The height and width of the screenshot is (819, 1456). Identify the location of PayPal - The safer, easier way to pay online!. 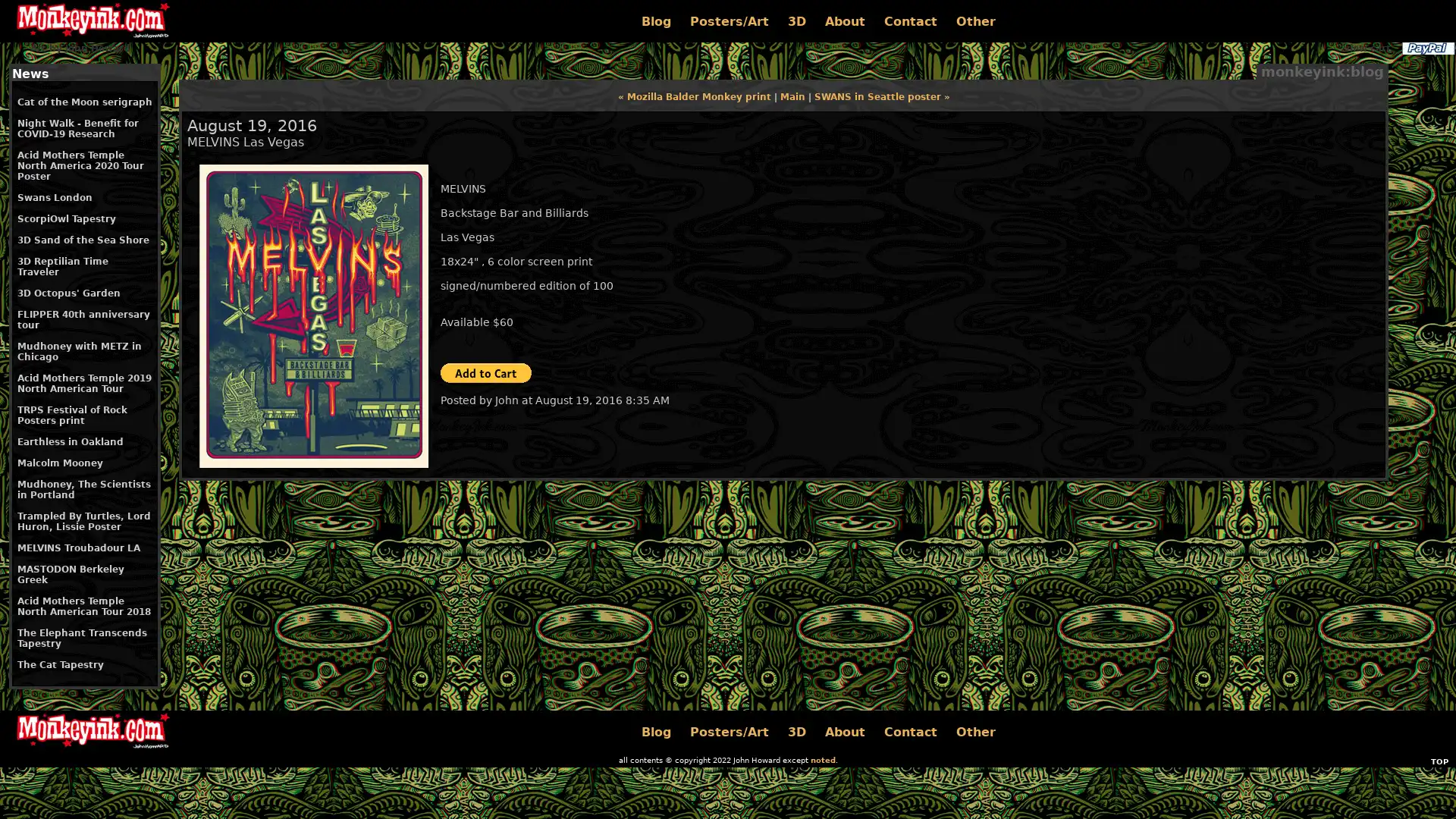
(486, 373).